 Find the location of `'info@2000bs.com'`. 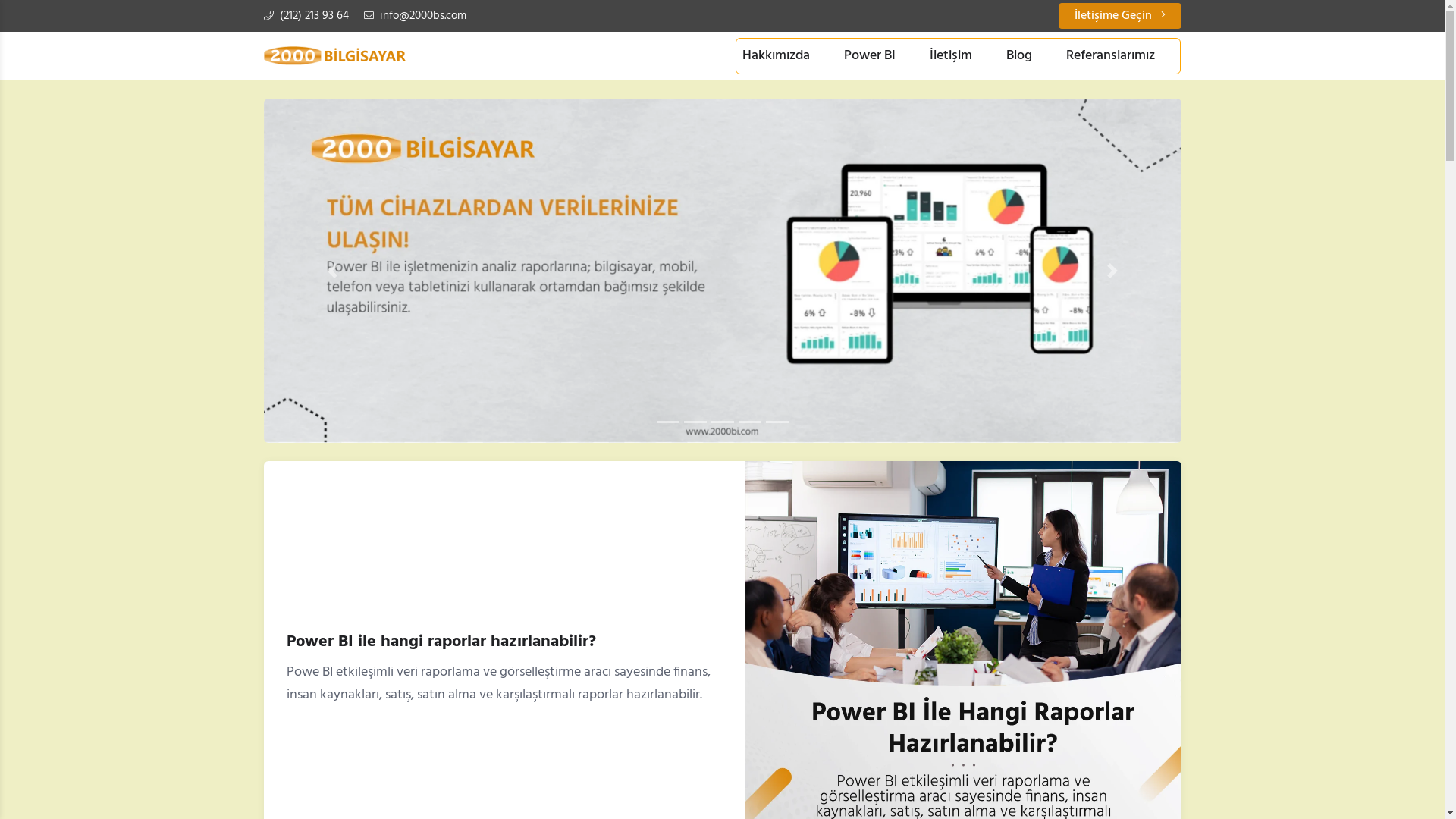

'info@2000bs.com' is located at coordinates (415, 15).